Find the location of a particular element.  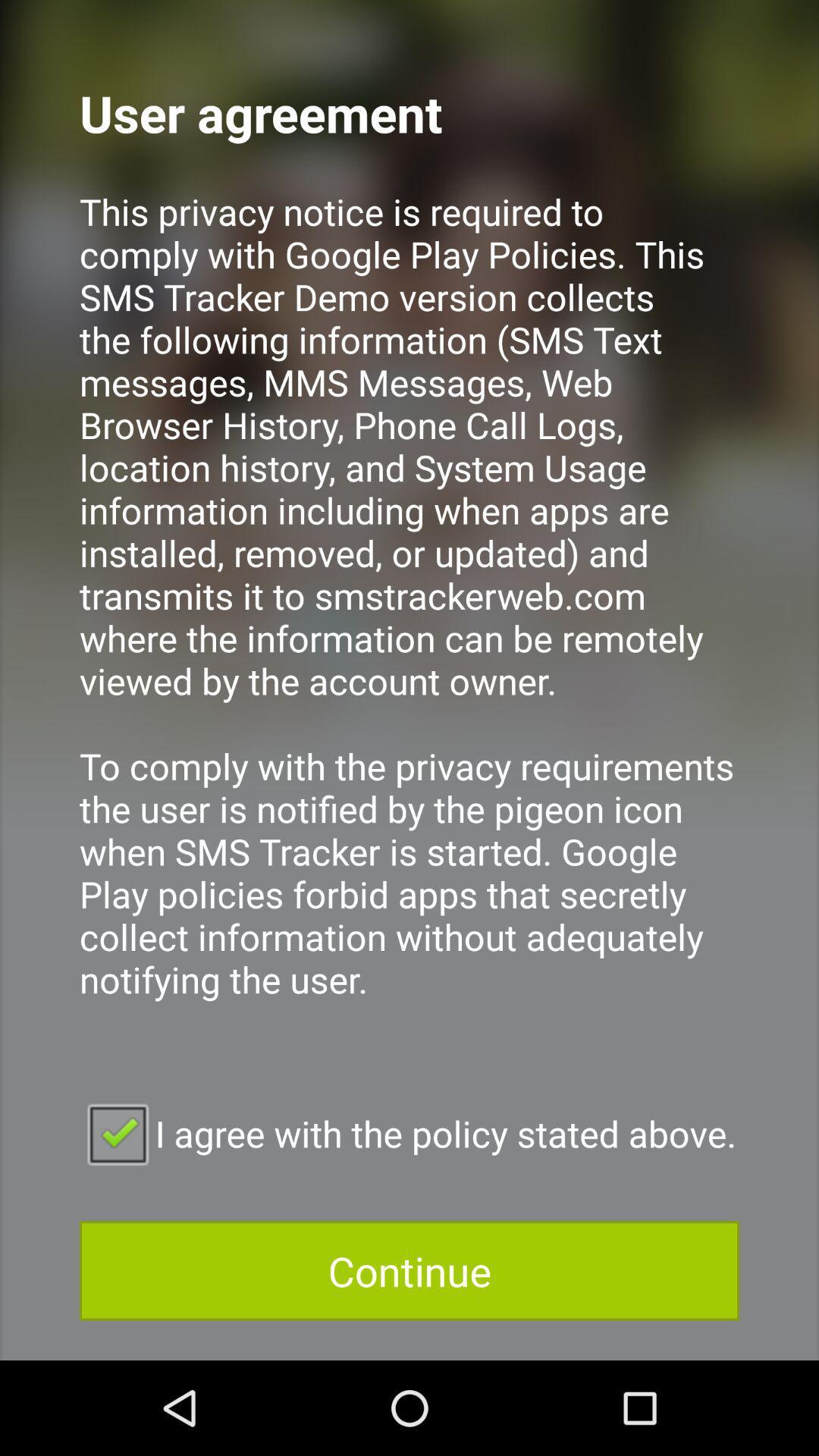

the i agree with is located at coordinates (409, 1133).